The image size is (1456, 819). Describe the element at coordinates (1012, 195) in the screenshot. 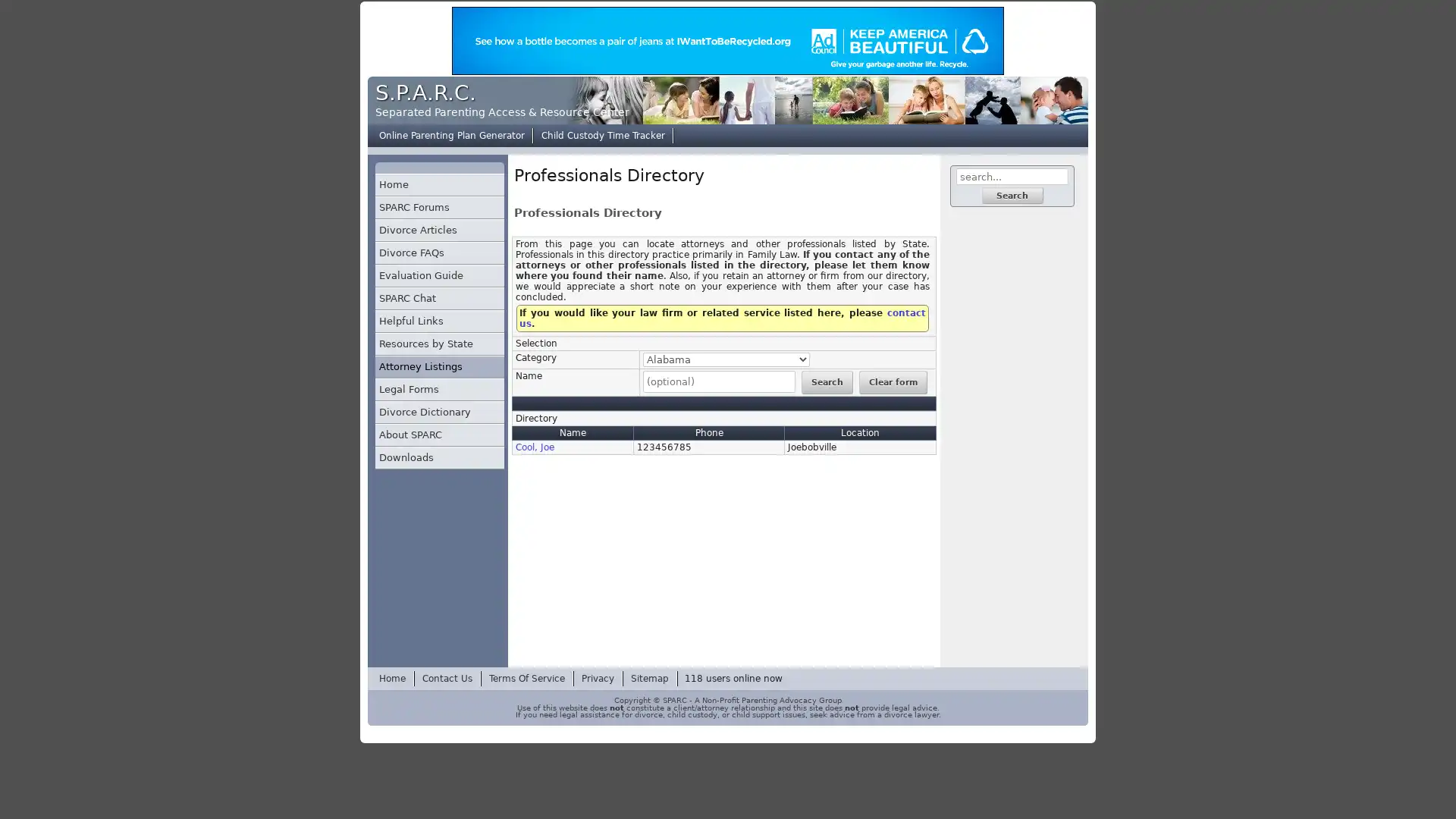

I see `Search` at that location.